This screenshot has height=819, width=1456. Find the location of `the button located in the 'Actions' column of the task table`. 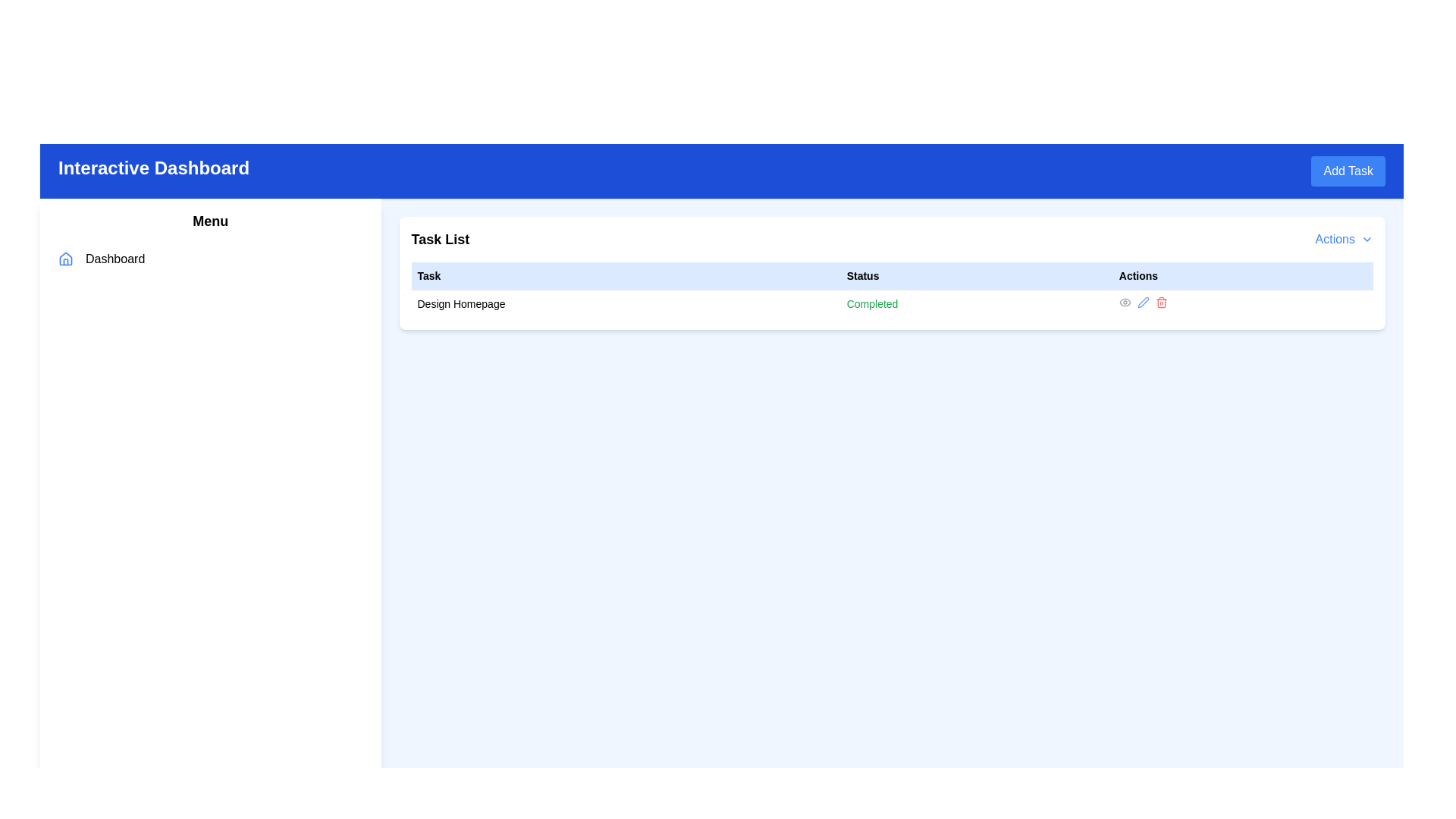

the button located in the 'Actions' column of the task table is located at coordinates (1125, 302).